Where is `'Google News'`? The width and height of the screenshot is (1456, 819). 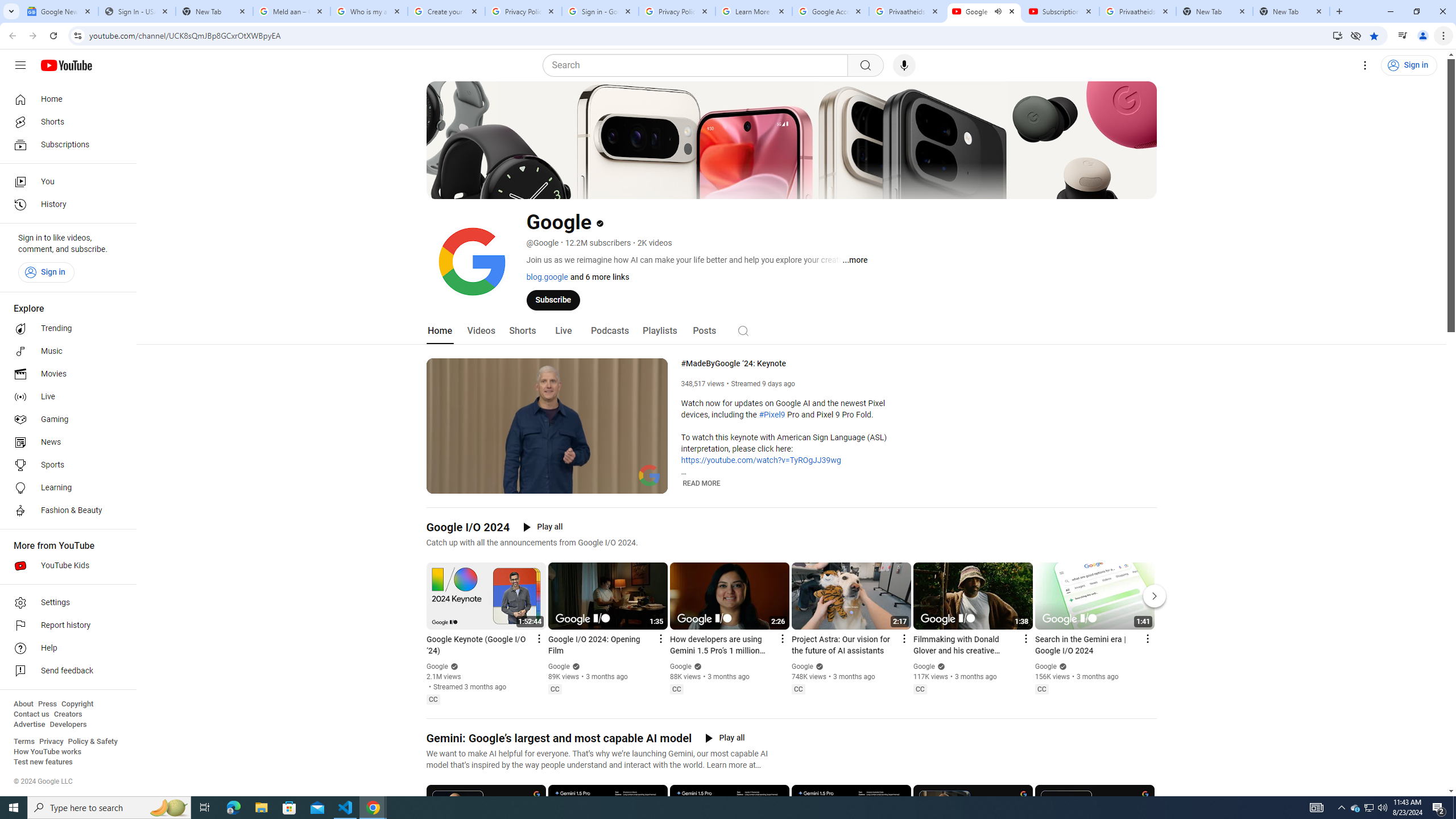 'Google News' is located at coordinates (59, 11).